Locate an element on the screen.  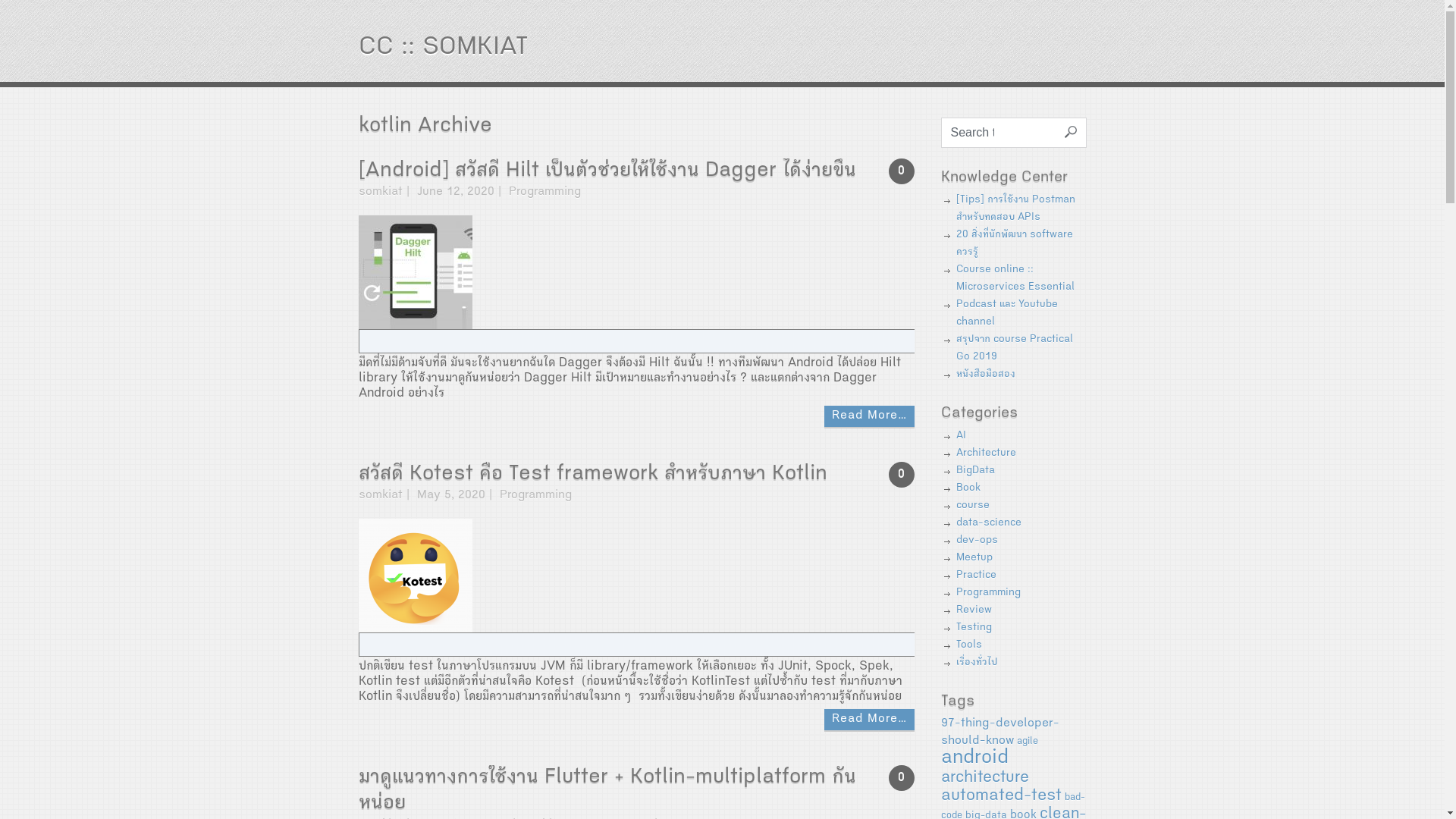
'Review' is located at coordinates (973, 610).